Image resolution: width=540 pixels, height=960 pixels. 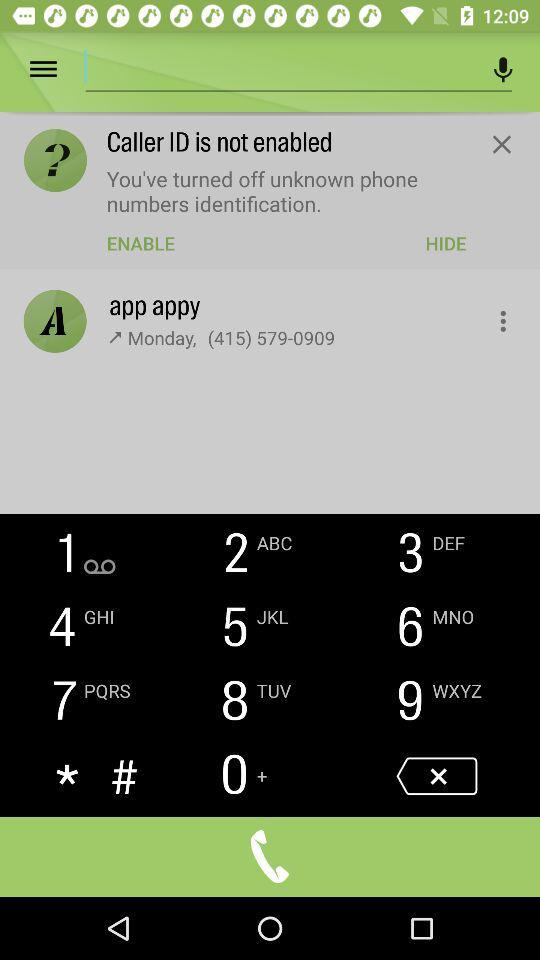 I want to click on the page, so click(x=500, y=143).